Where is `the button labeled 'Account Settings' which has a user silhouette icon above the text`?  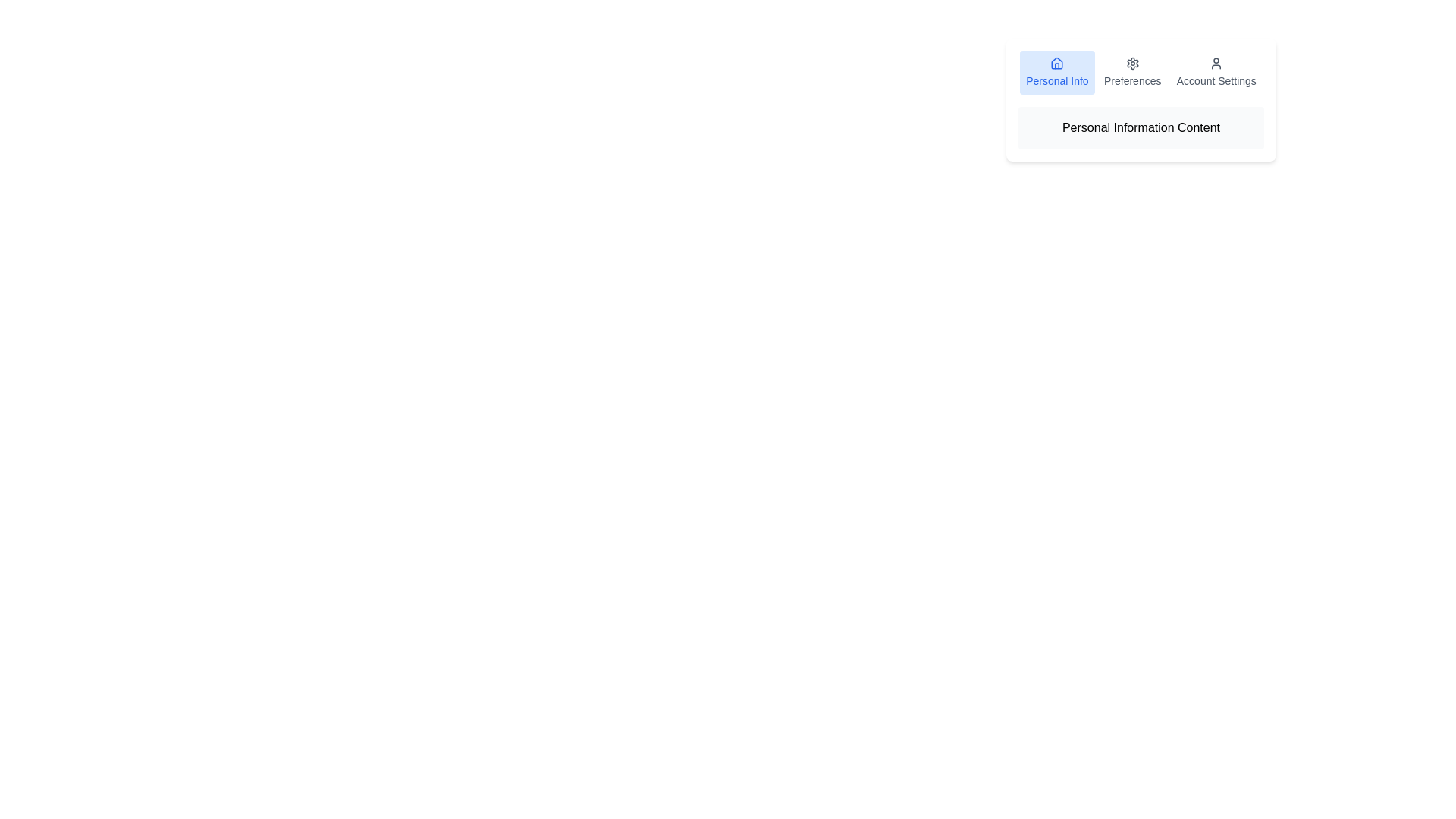
the button labeled 'Account Settings' which has a user silhouette icon above the text is located at coordinates (1216, 73).